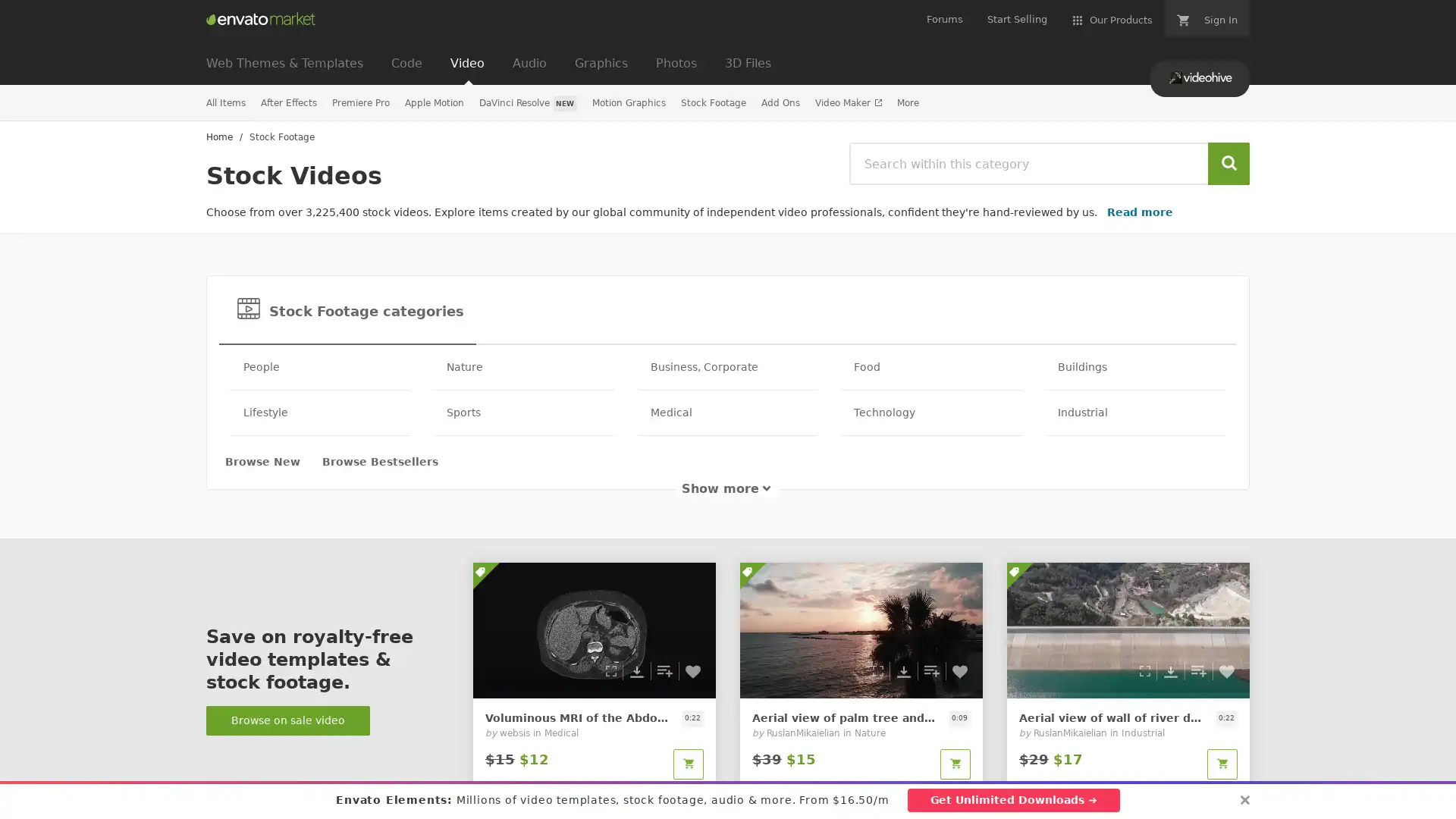 This screenshot has height=819, width=1456. Describe the element at coordinates (861, 630) in the screenshot. I see `0 Download preview Add to collection Add to Favorites` at that location.